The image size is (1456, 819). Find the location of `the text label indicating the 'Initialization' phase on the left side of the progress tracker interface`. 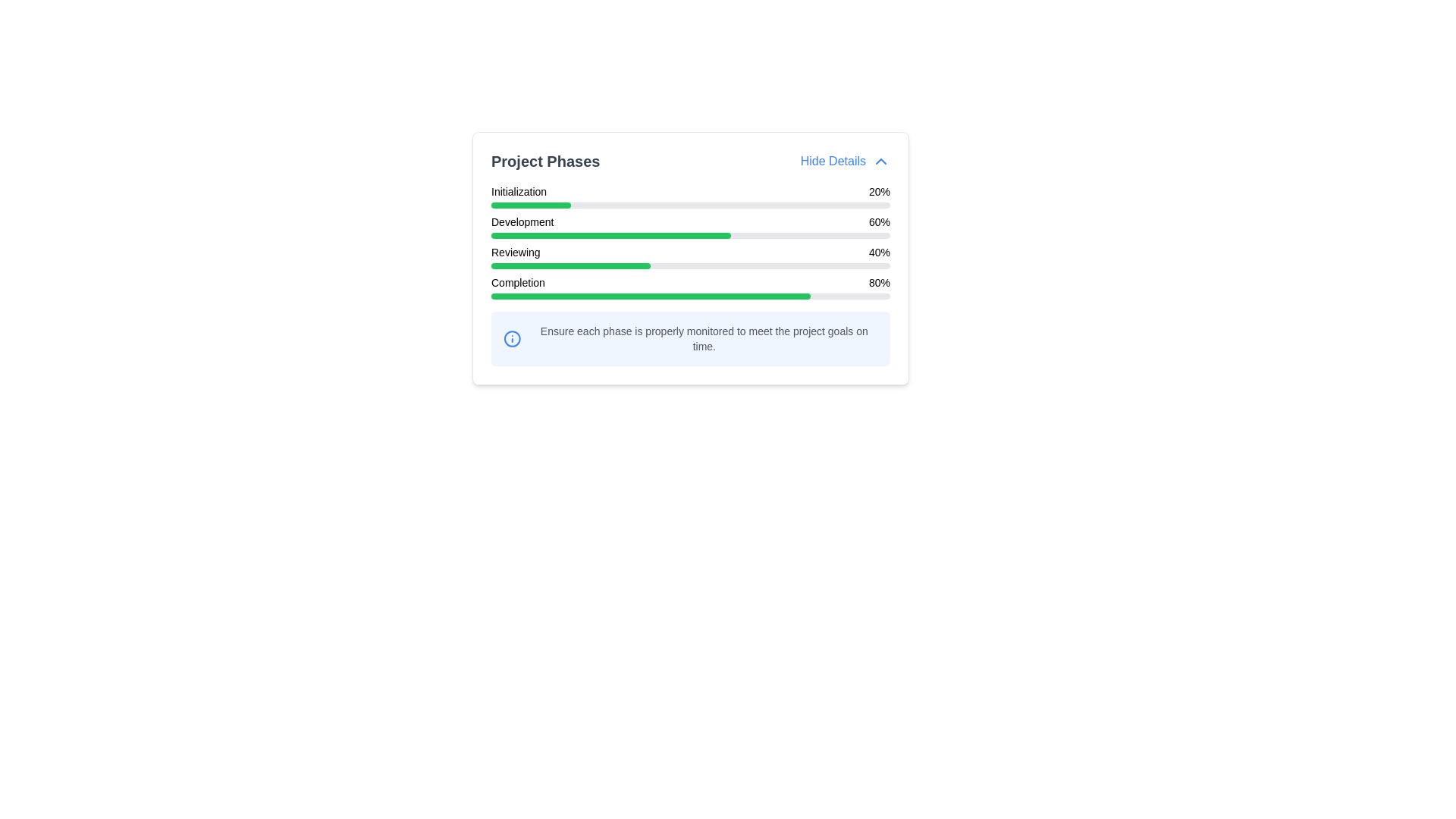

the text label indicating the 'Initialization' phase on the left side of the progress tracker interface is located at coordinates (519, 191).